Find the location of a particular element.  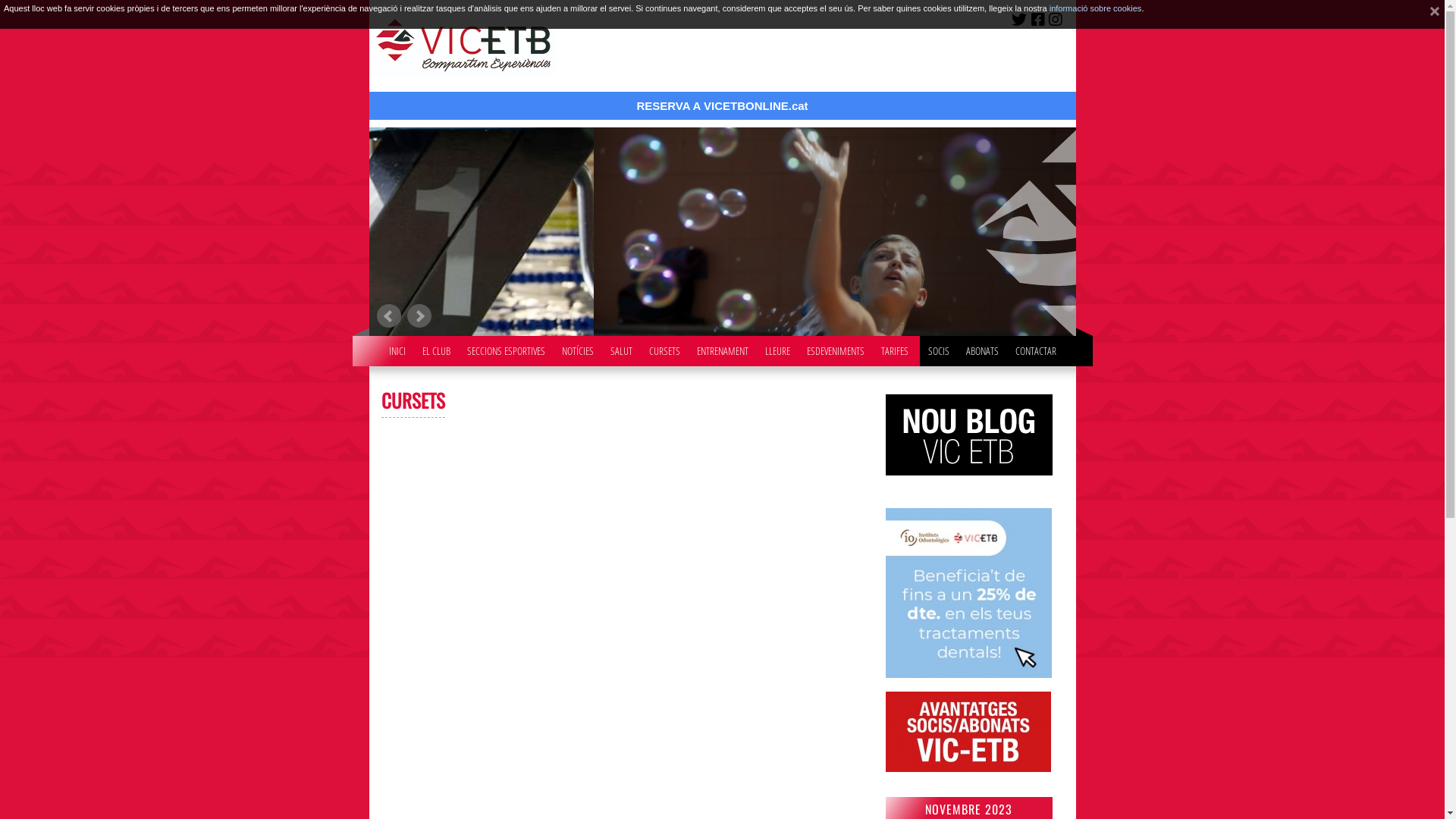

' ' is located at coordinates (1427, 14).